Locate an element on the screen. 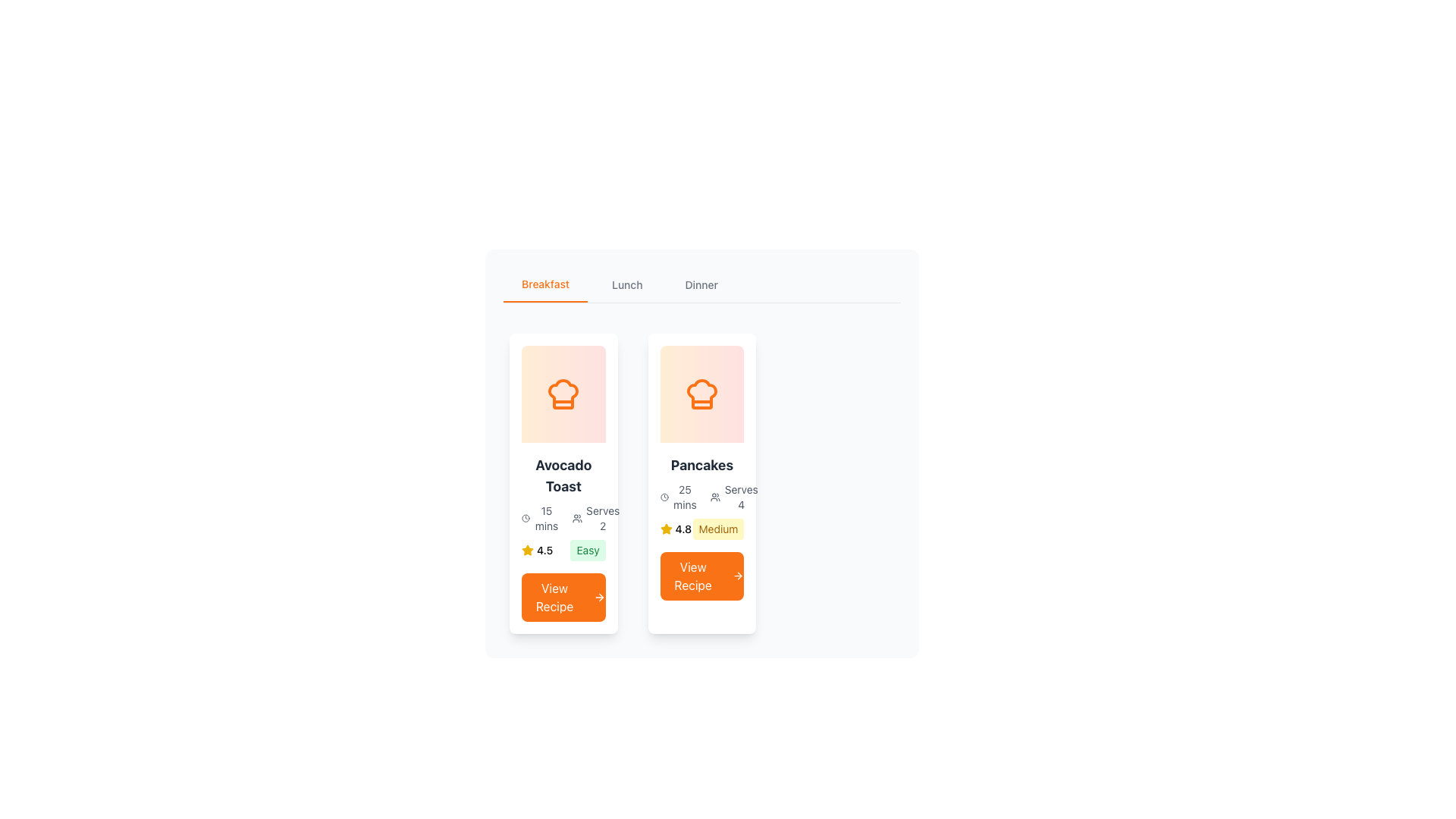 This screenshot has width=1456, height=819. the star icon used as a rating indicator for the recipe 'Pancakes', which conveys a quality score of '4.8' is located at coordinates (666, 529).